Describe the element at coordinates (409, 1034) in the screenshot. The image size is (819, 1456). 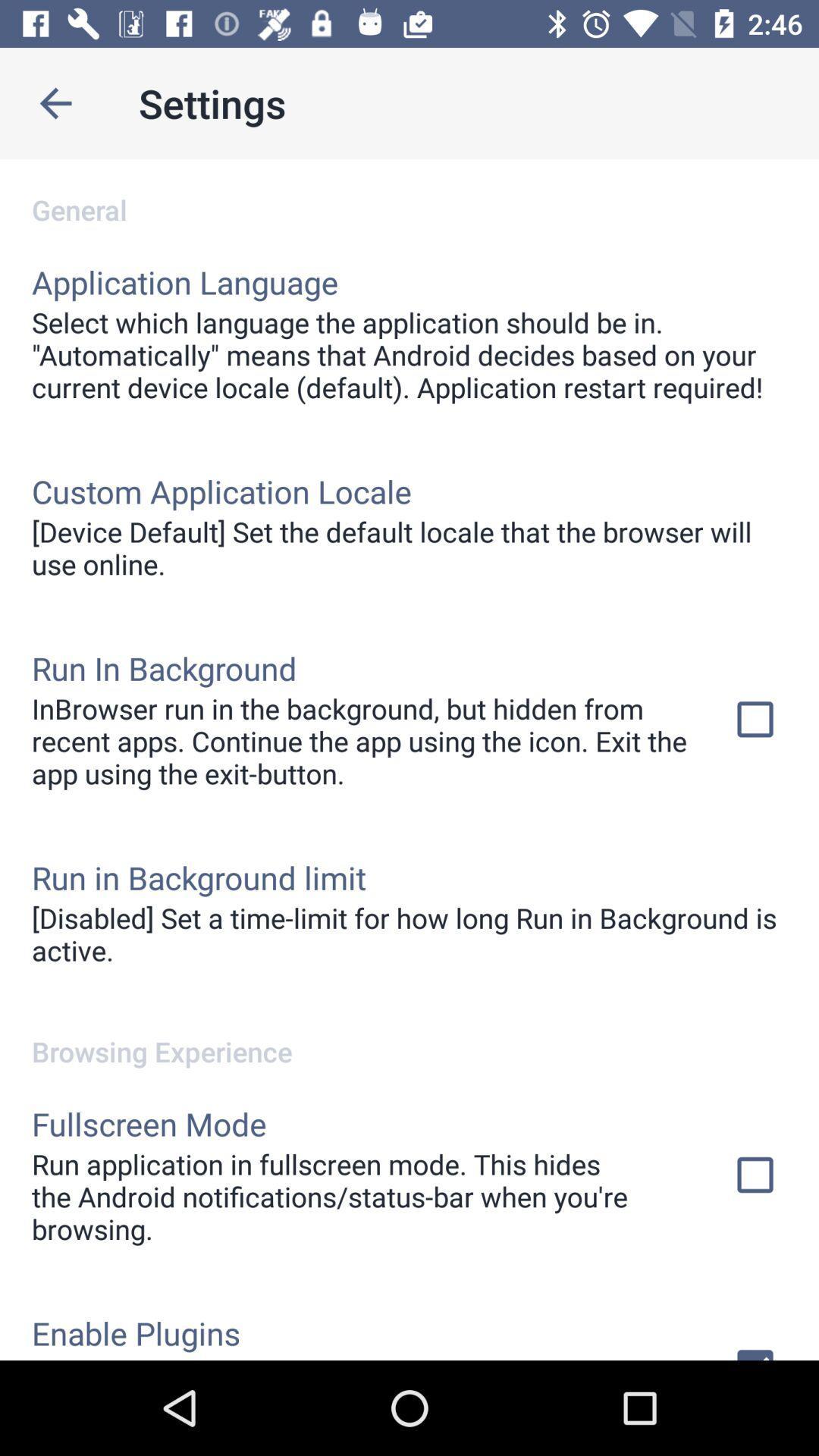
I see `the browsing experience item` at that location.